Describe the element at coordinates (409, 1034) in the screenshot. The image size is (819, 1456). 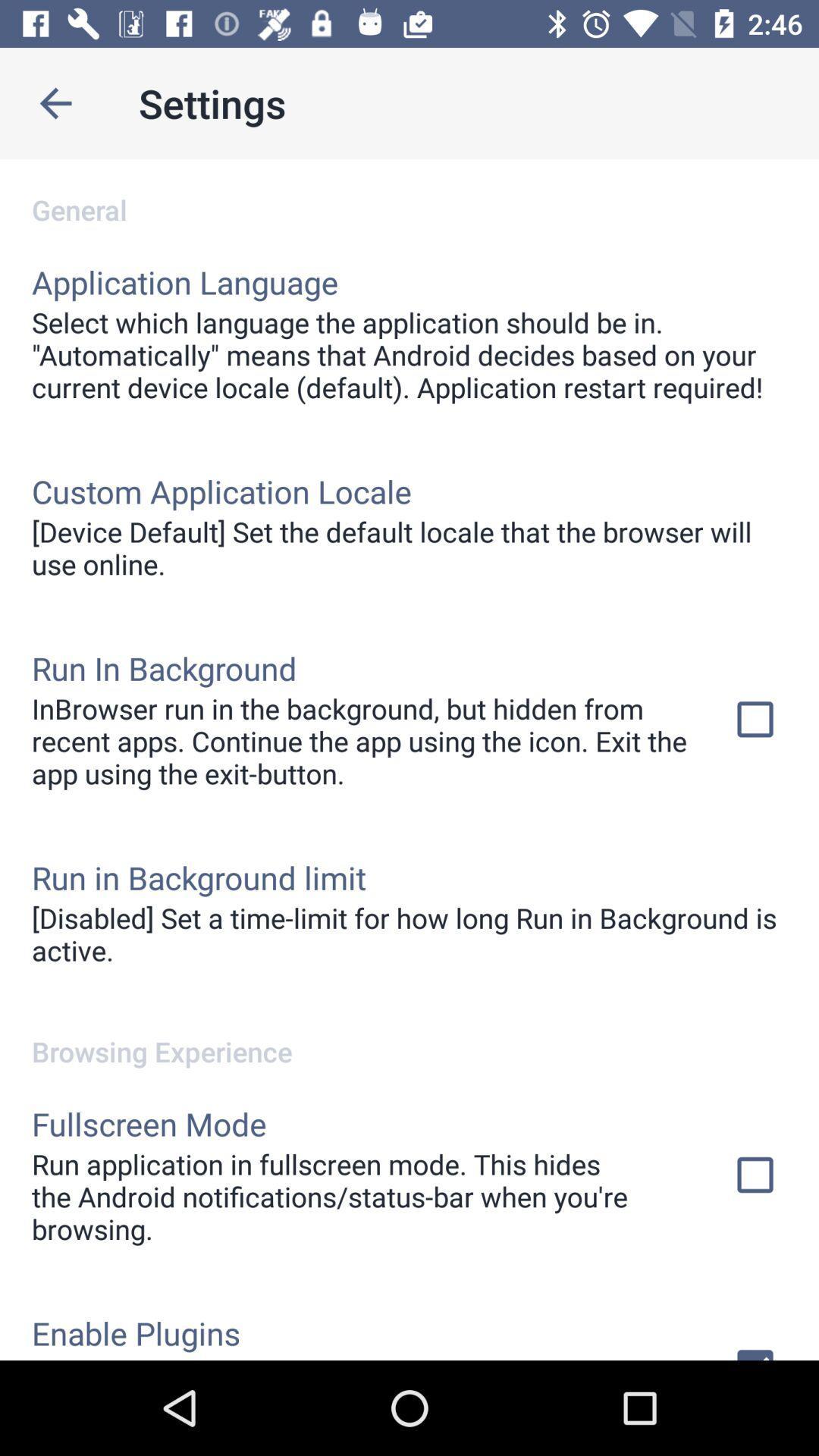
I see `the browsing experience item` at that location.